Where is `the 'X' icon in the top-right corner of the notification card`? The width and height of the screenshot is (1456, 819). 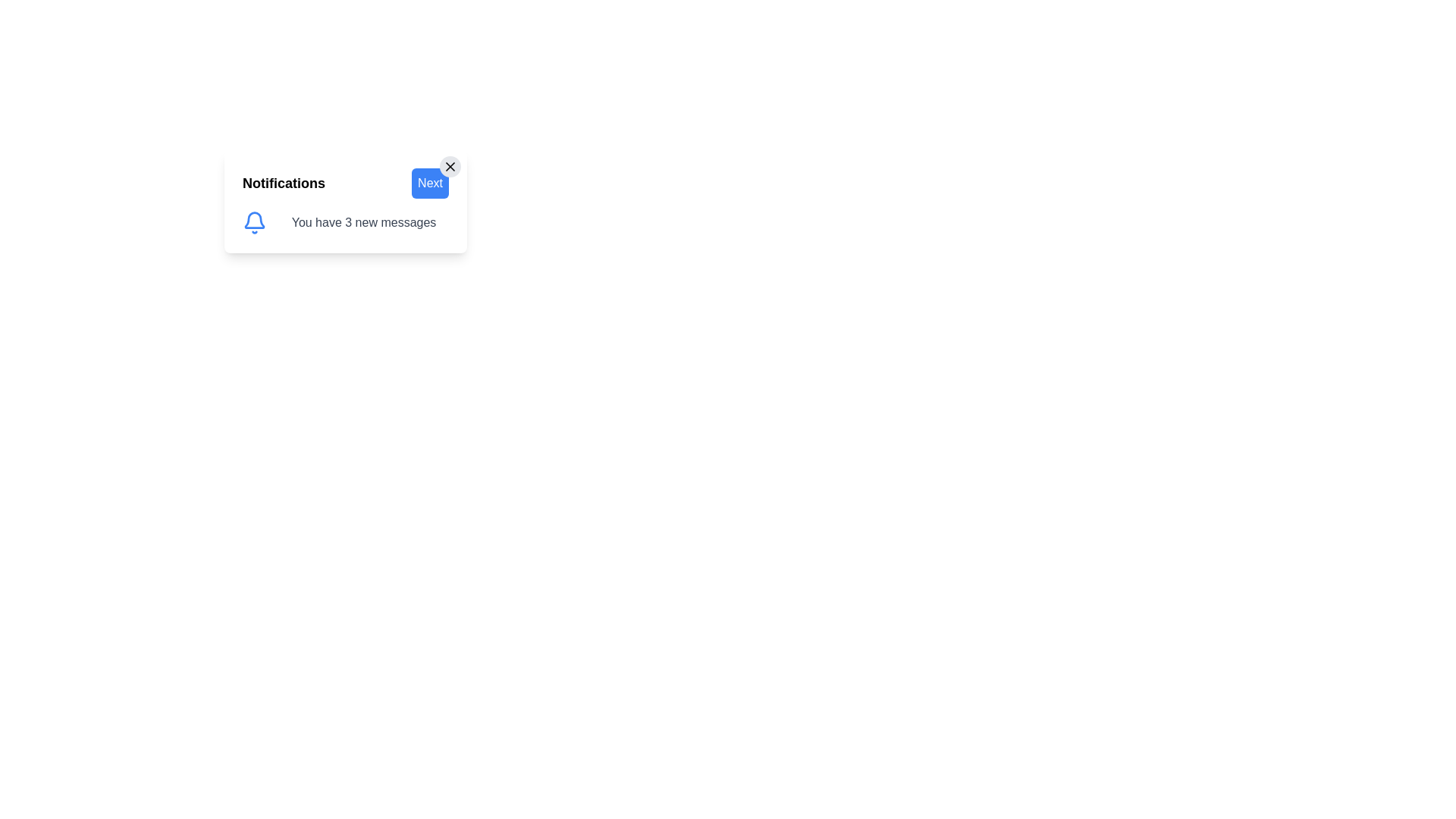
the 'X' icon in the top-right corner of the notification card is located at coordinates (450, 166).